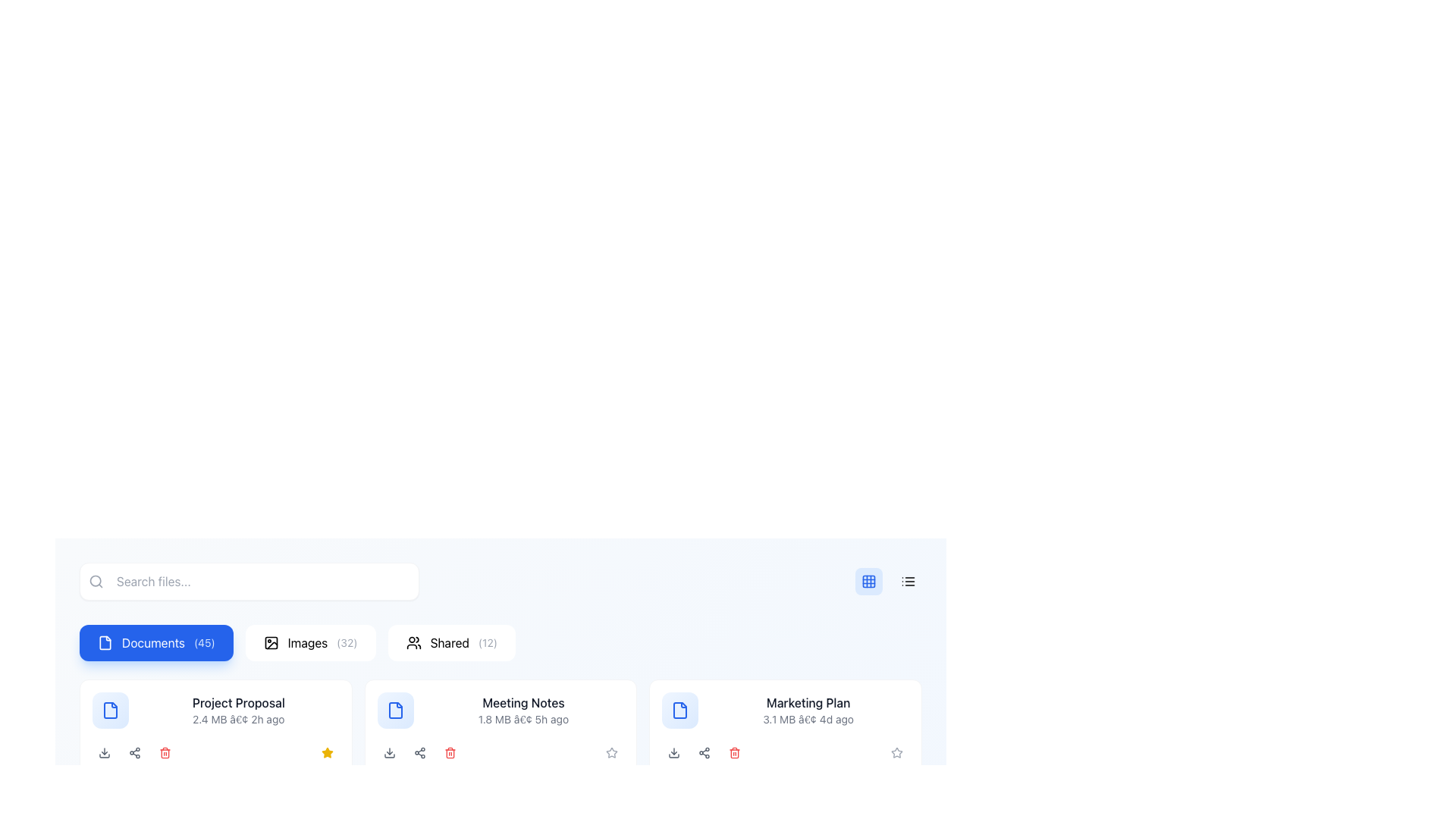  Describe the element at coordinates (109, 711) in the screenshot. I see `the document icon representing the 'Project Proposal' entry, which is a blue outlined SVG graphic with rounded corners located in the top-left corner of the file items` at that location.